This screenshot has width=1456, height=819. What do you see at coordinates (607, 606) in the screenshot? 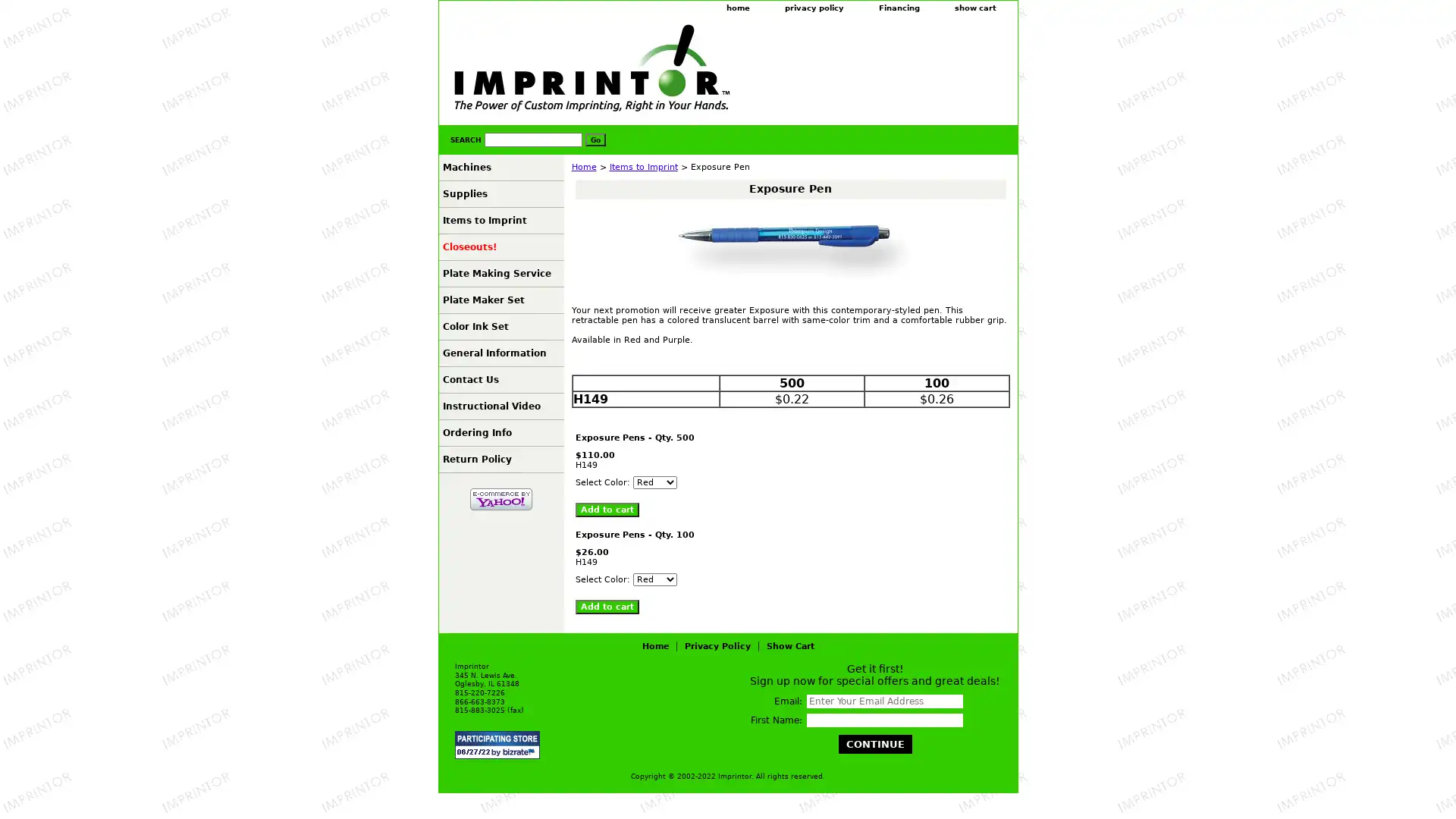
I see `Add to cart` at bounding box center [607, 606].